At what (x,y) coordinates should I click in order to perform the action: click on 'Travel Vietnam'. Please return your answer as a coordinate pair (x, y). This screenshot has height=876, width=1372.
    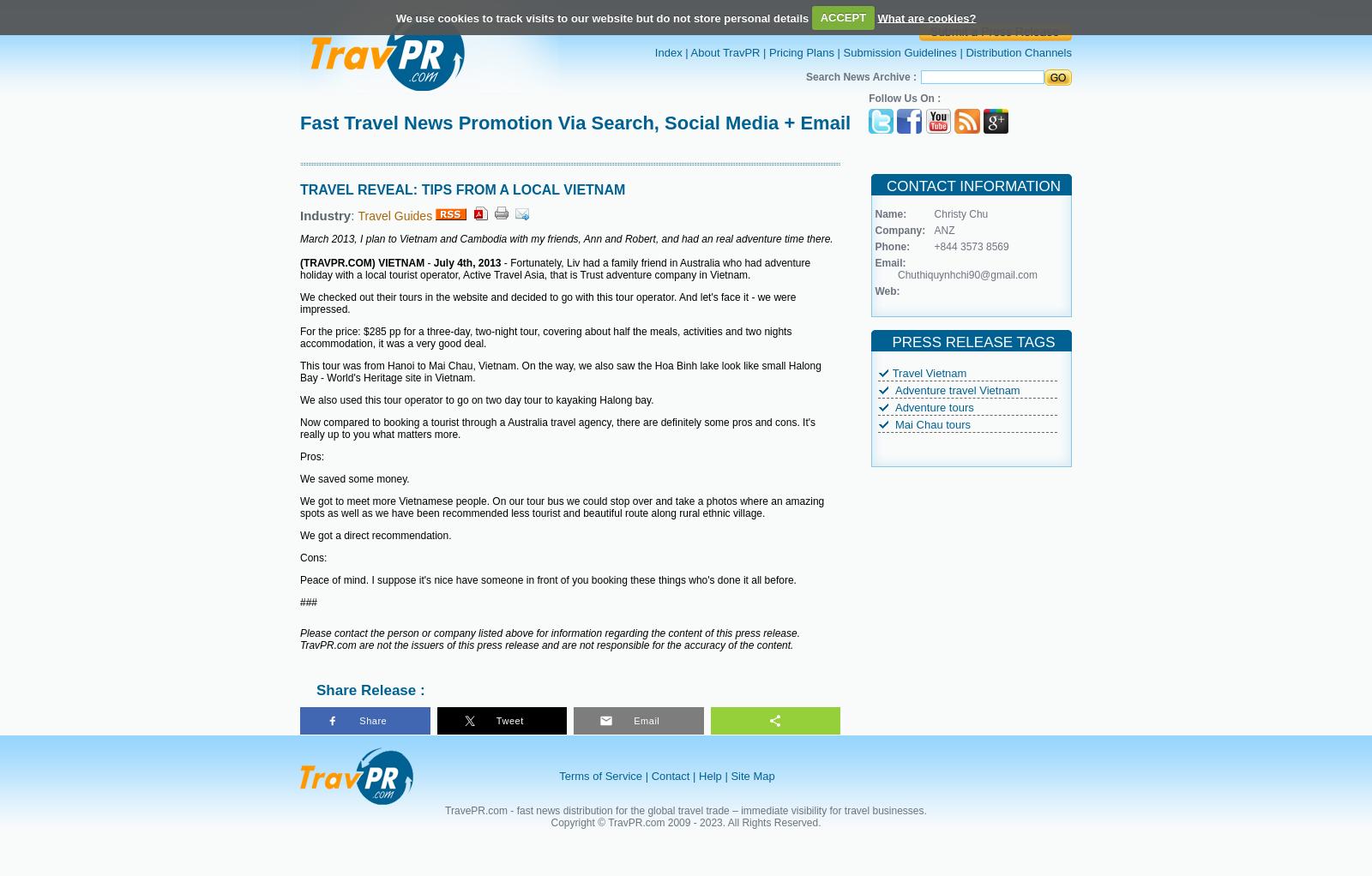
    Looking at the image, I should click on (929, 373).